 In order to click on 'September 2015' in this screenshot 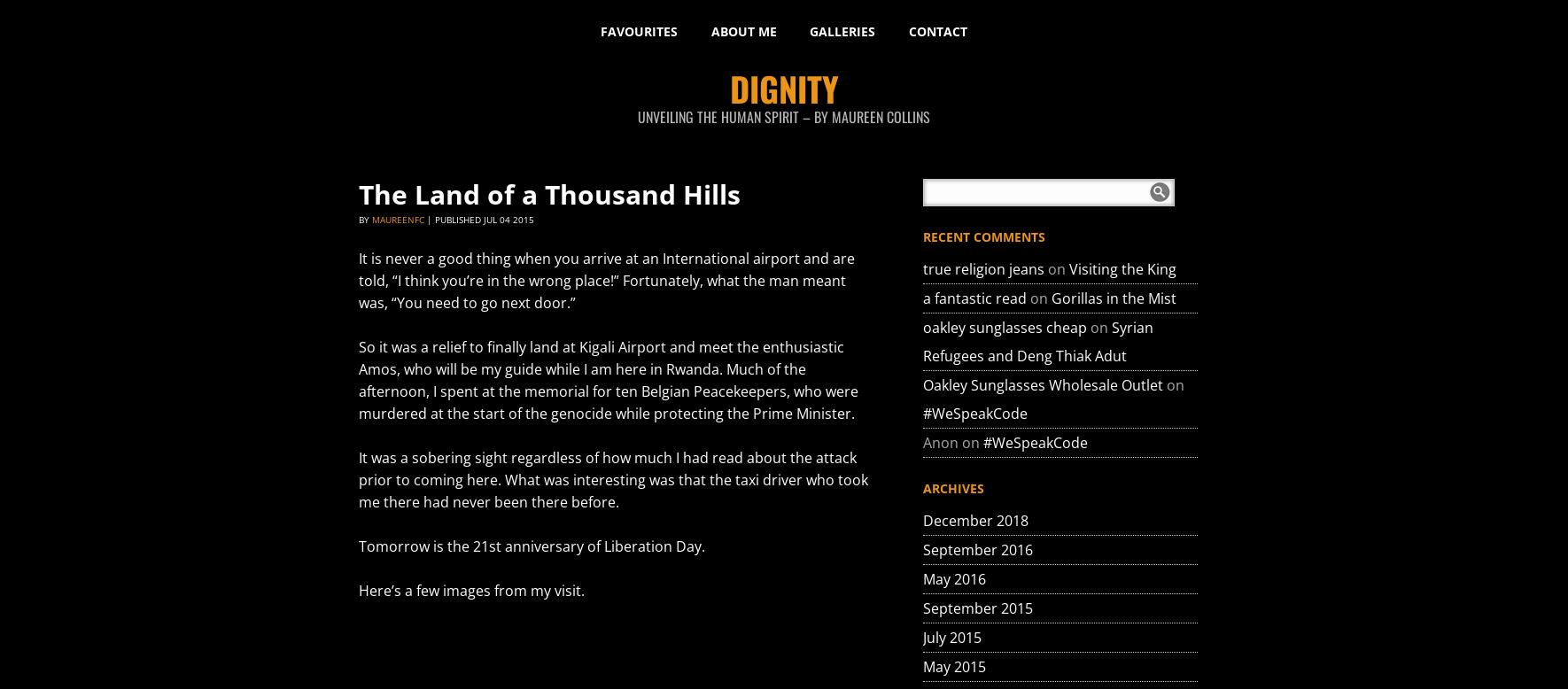, I will do `click(977, 608)`.